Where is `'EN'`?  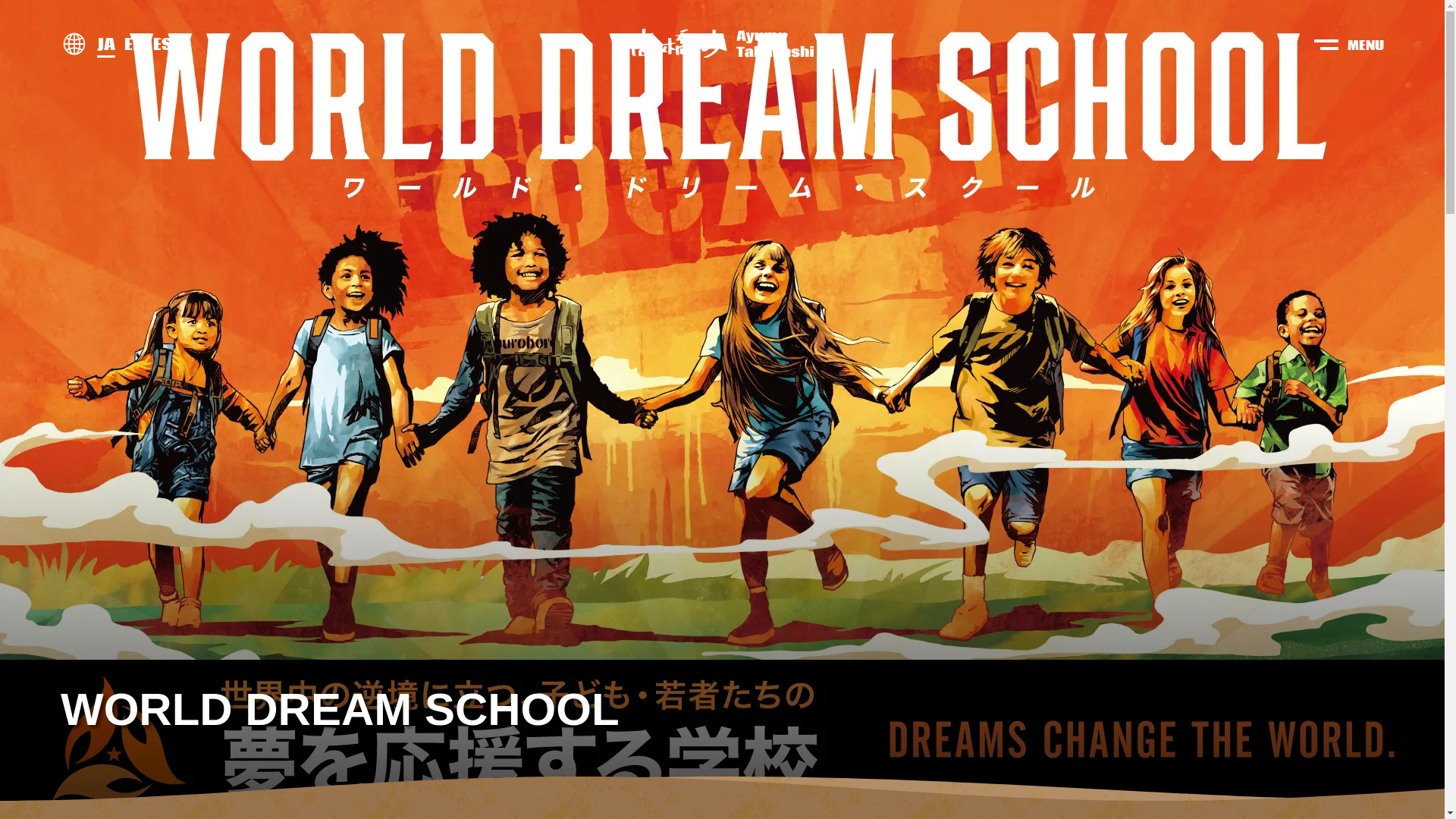
'EN' is located at coordinates (134, 43).